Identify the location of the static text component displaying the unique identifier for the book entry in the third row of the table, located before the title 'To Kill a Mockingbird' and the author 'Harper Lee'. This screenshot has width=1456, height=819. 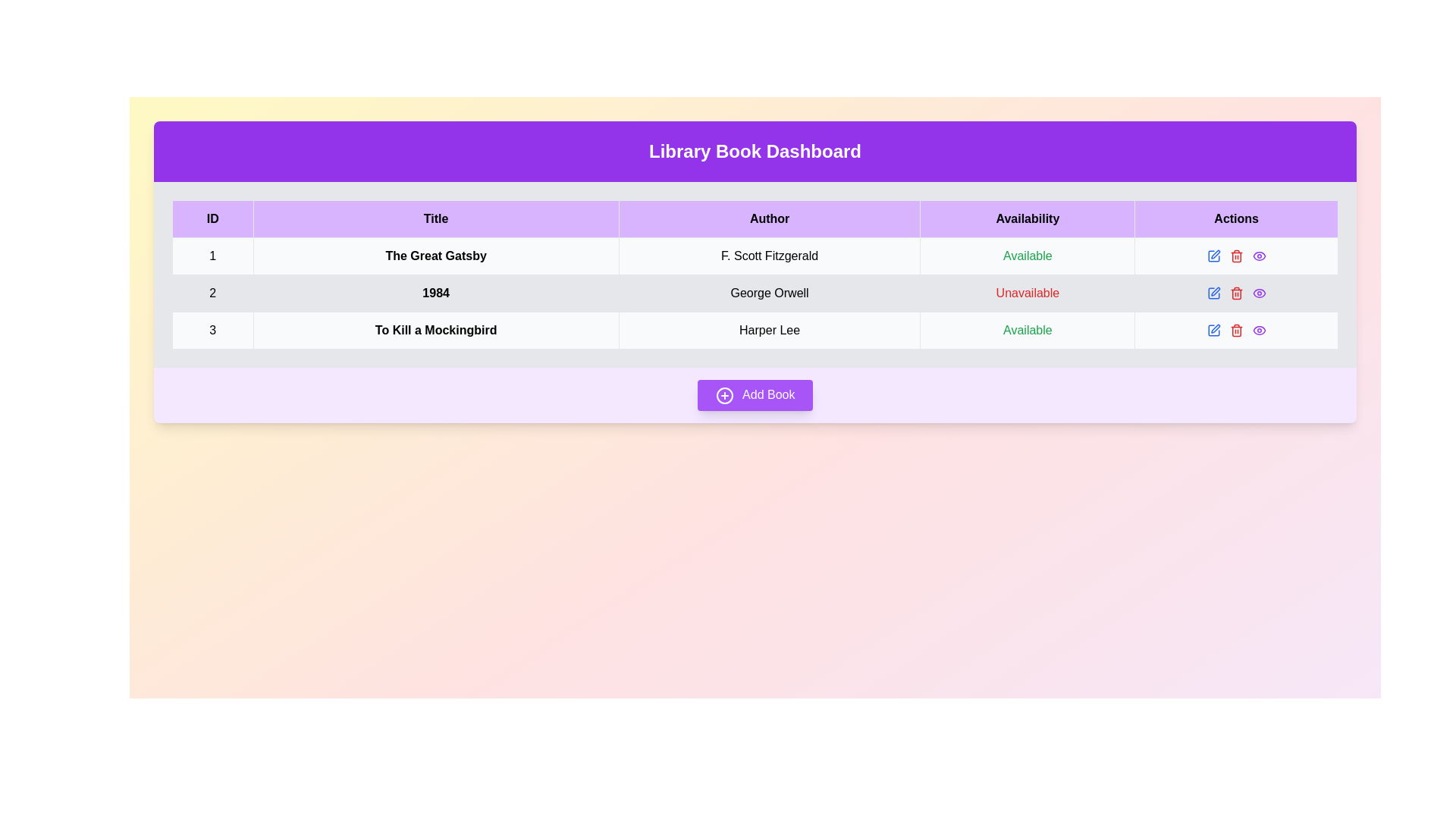
(212, 329).